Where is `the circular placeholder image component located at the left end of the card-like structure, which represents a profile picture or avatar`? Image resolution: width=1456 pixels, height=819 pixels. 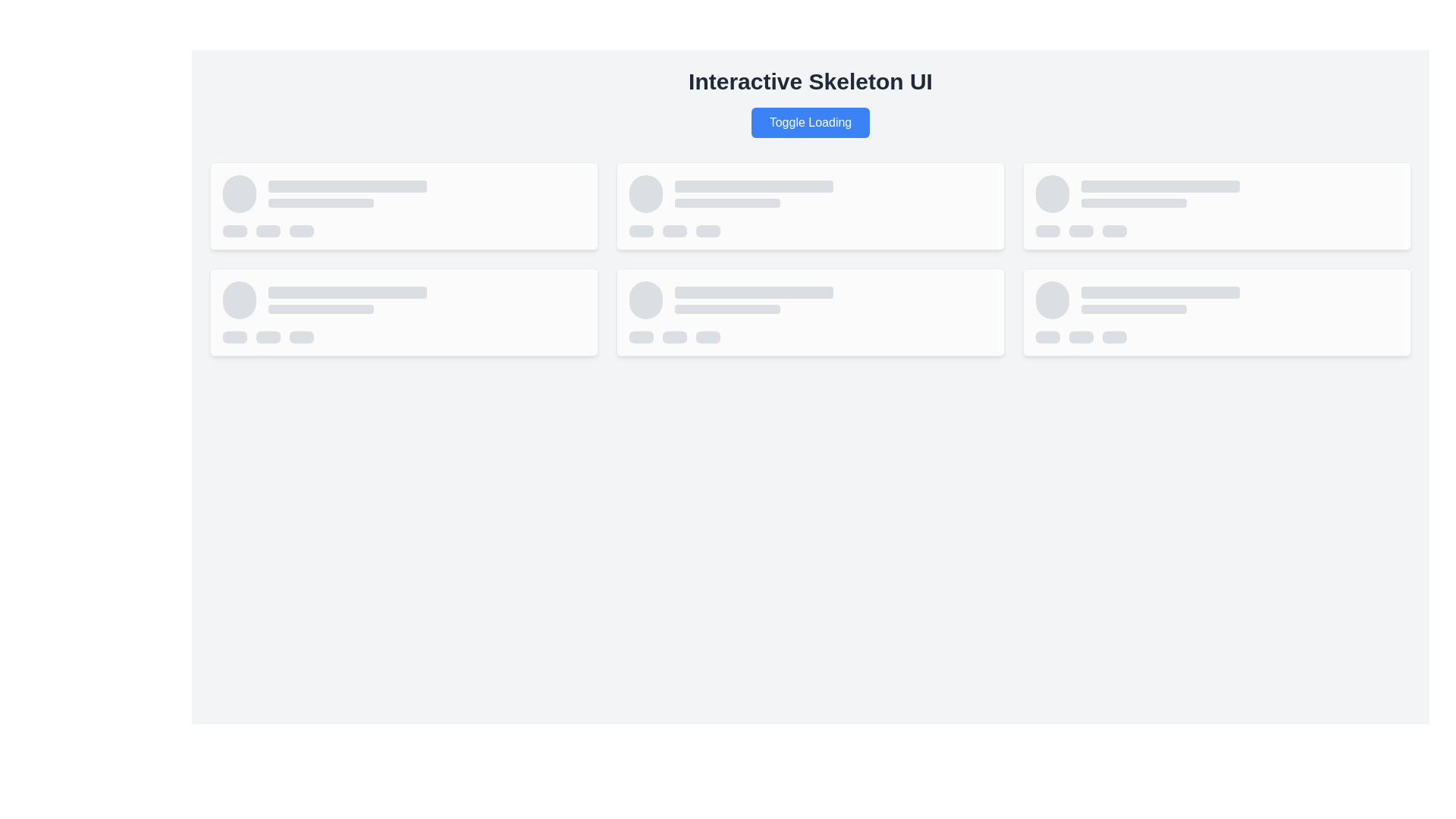 the circular placeholder image component located at the left end of the card-like structure, which represents a profile picture or avatar is located at coordinates (645, 300).